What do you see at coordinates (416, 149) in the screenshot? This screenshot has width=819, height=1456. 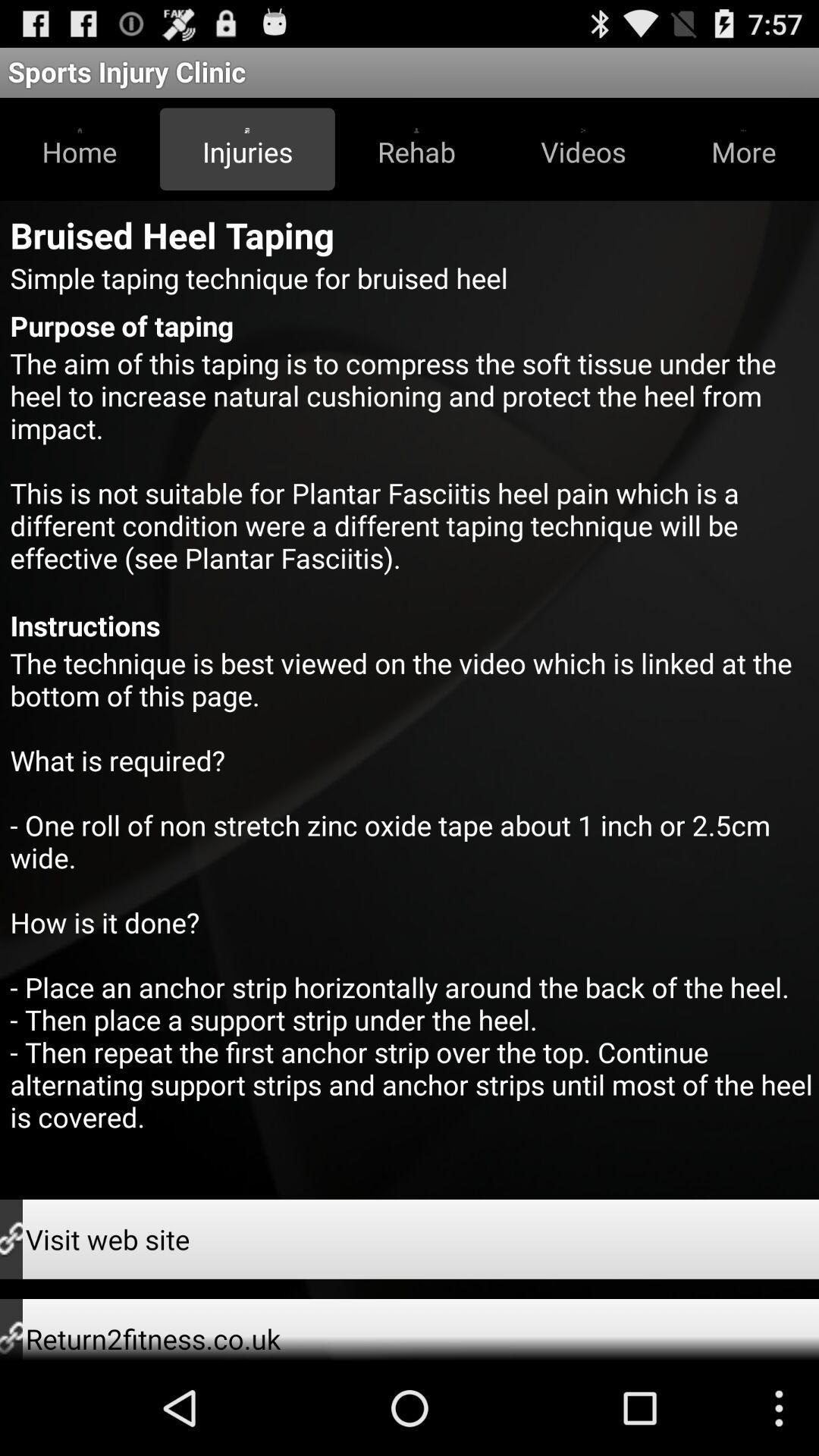 I see `item below sports injury clinic` at bounding box center [416, 149].